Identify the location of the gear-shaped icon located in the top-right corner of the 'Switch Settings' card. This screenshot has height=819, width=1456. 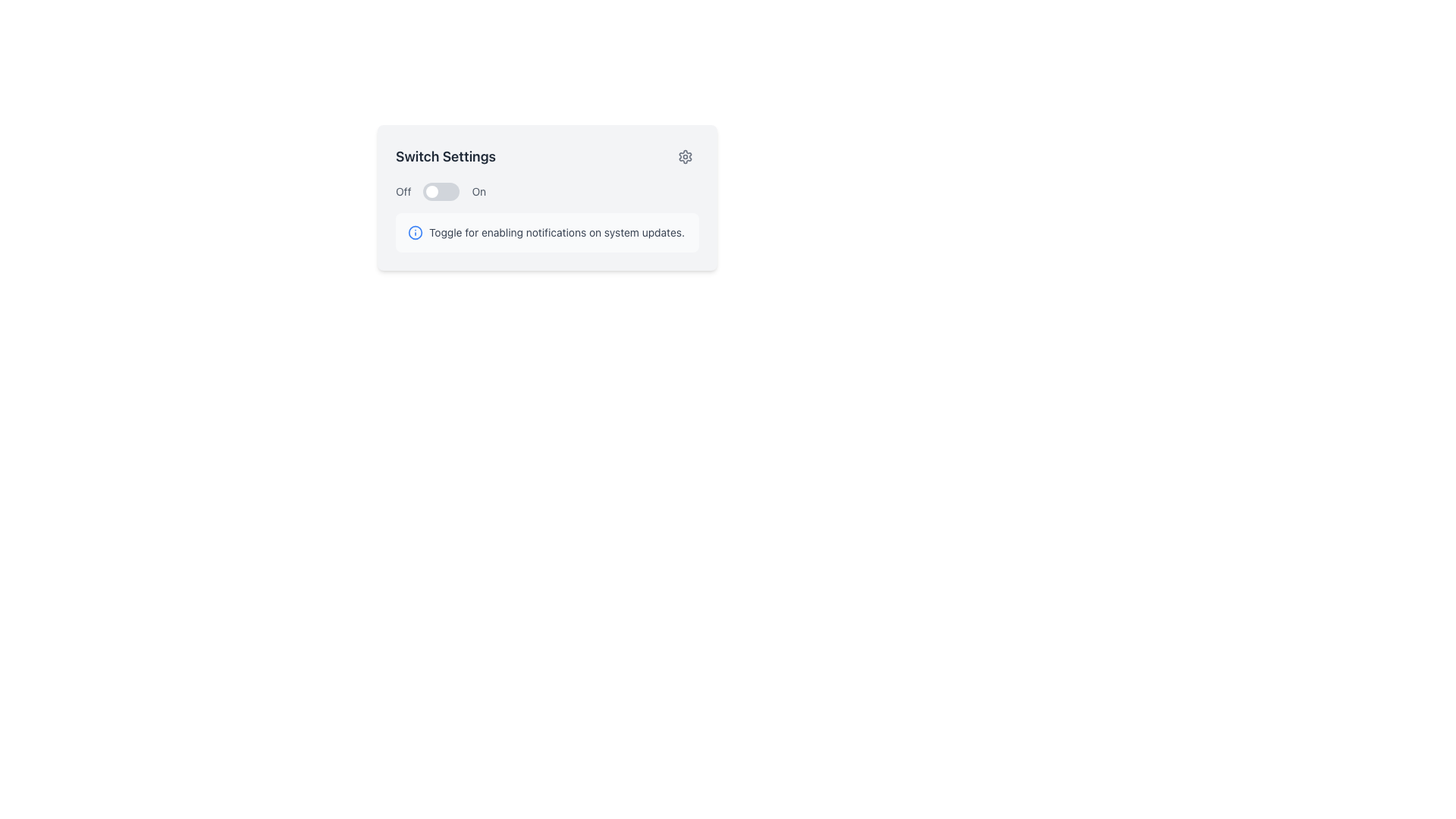
(684, 157).